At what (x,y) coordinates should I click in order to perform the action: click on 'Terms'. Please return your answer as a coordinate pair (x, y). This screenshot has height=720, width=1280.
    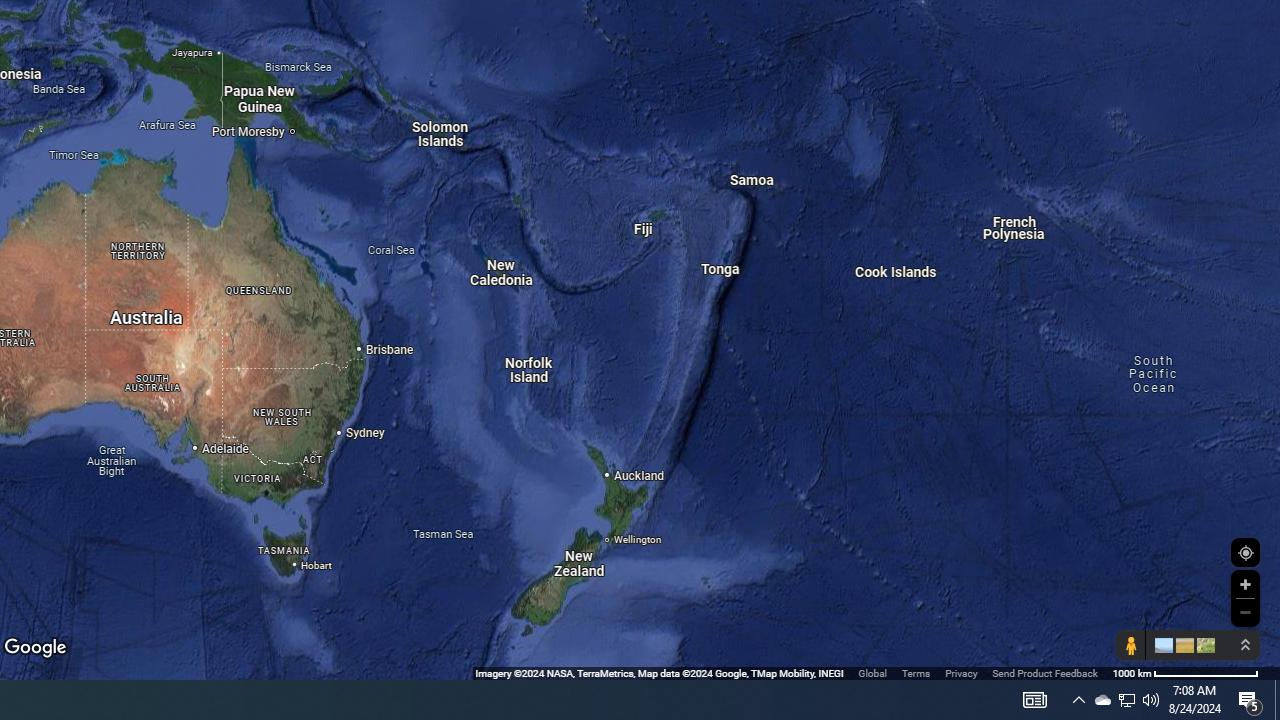
    Looking at the image, I should click on (915, 673).